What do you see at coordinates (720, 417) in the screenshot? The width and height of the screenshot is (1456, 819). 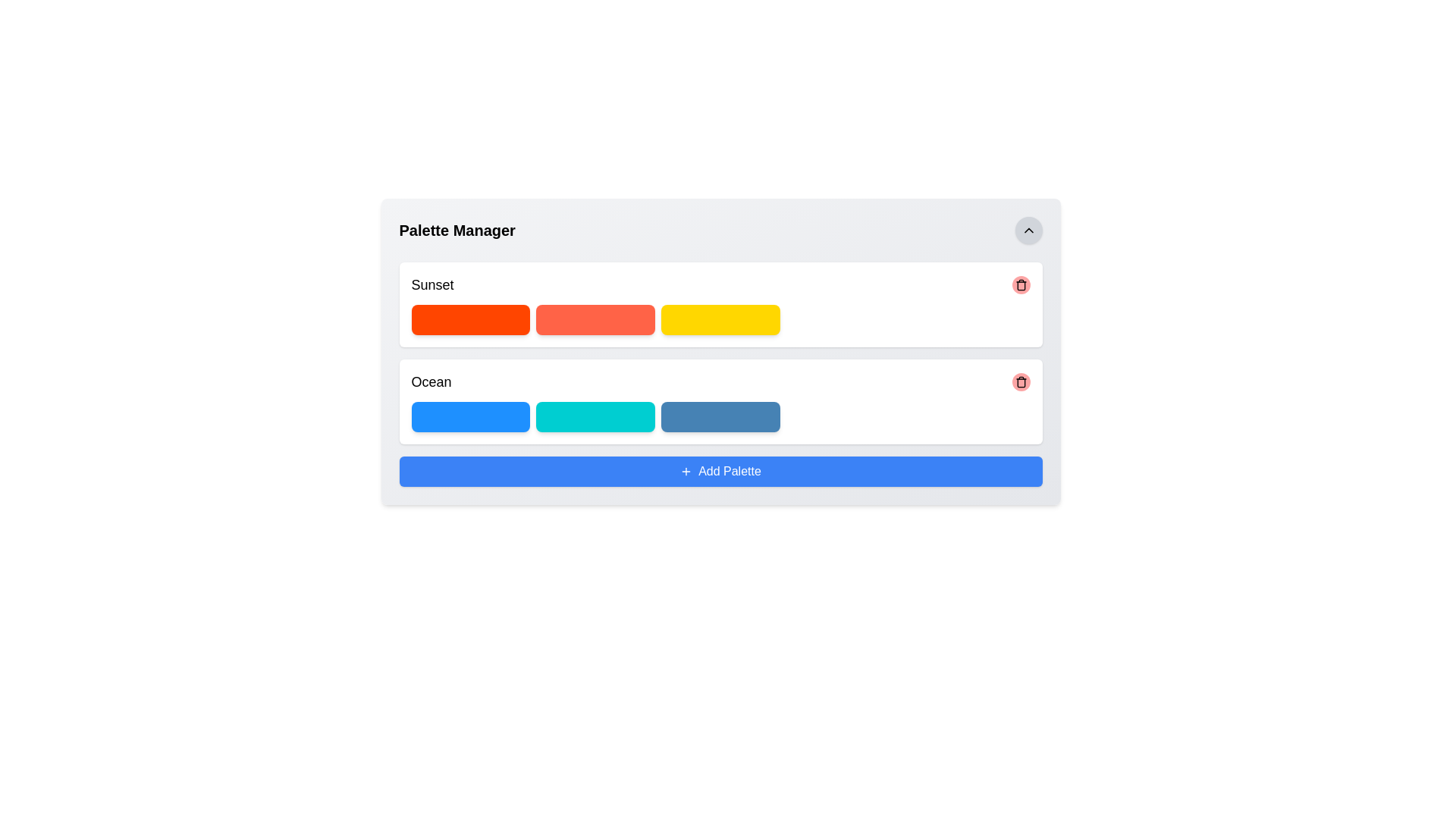 I see `the third color block in the grid layout under the 'Ocean' section, which is styled with a dark blue color` at bounding box center [720, 417].